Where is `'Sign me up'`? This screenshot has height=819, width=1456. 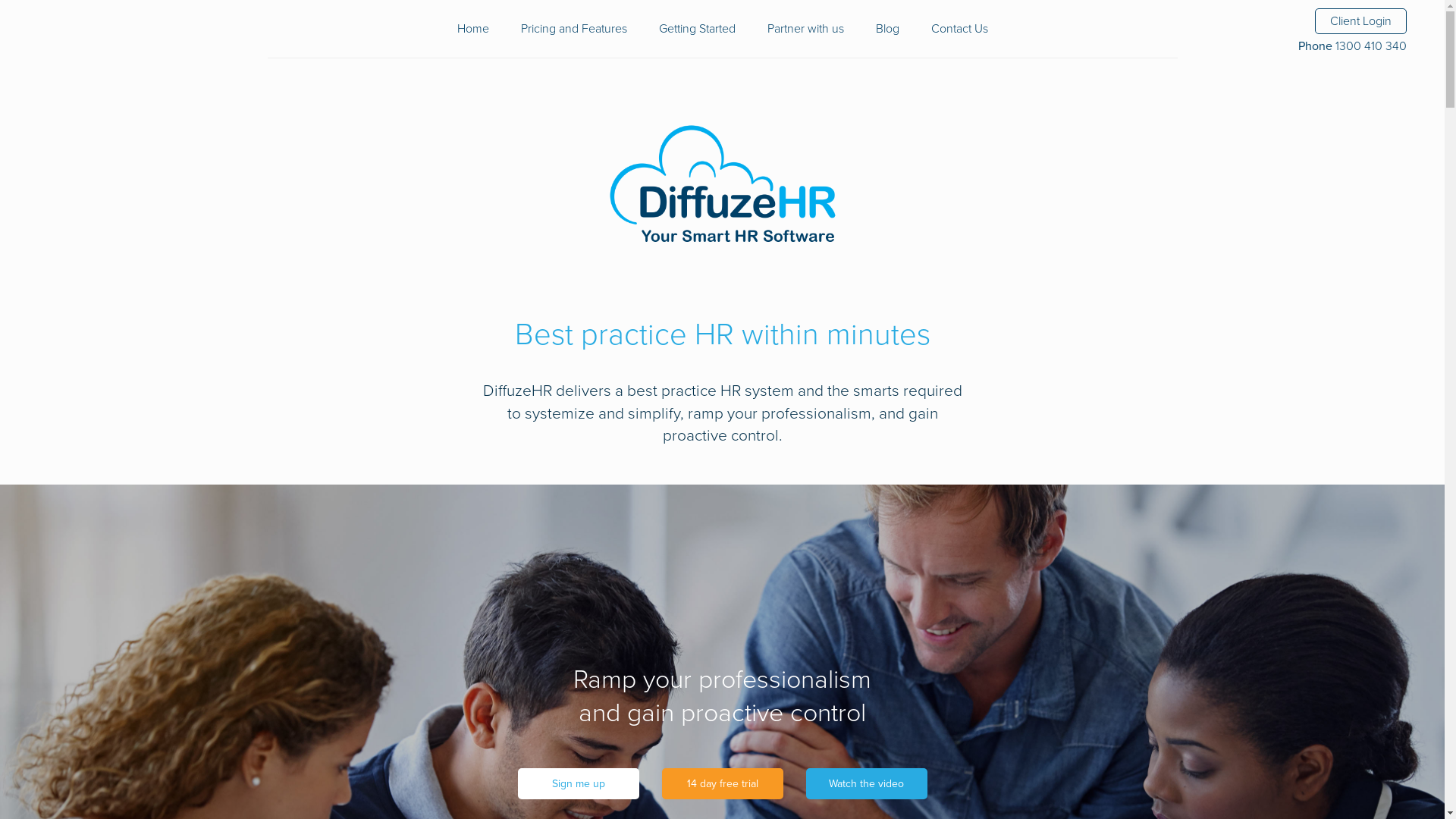 'Sign me up' is located at coordinates (577, 783).